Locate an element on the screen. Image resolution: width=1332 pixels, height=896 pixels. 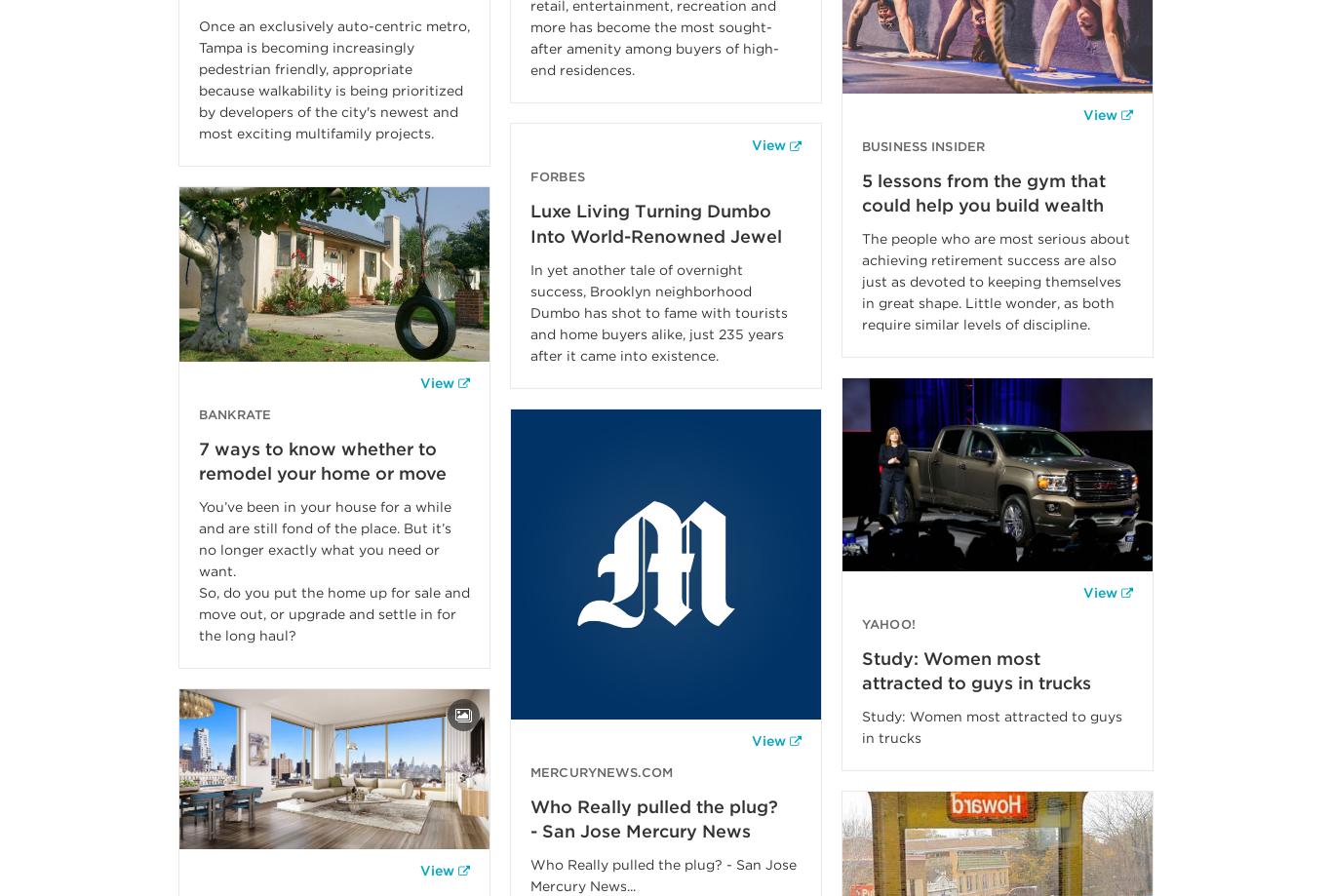
'Luxe Living Turning Dumbo Into World-Renowned Jewel' is located at coordinates (655, 223).